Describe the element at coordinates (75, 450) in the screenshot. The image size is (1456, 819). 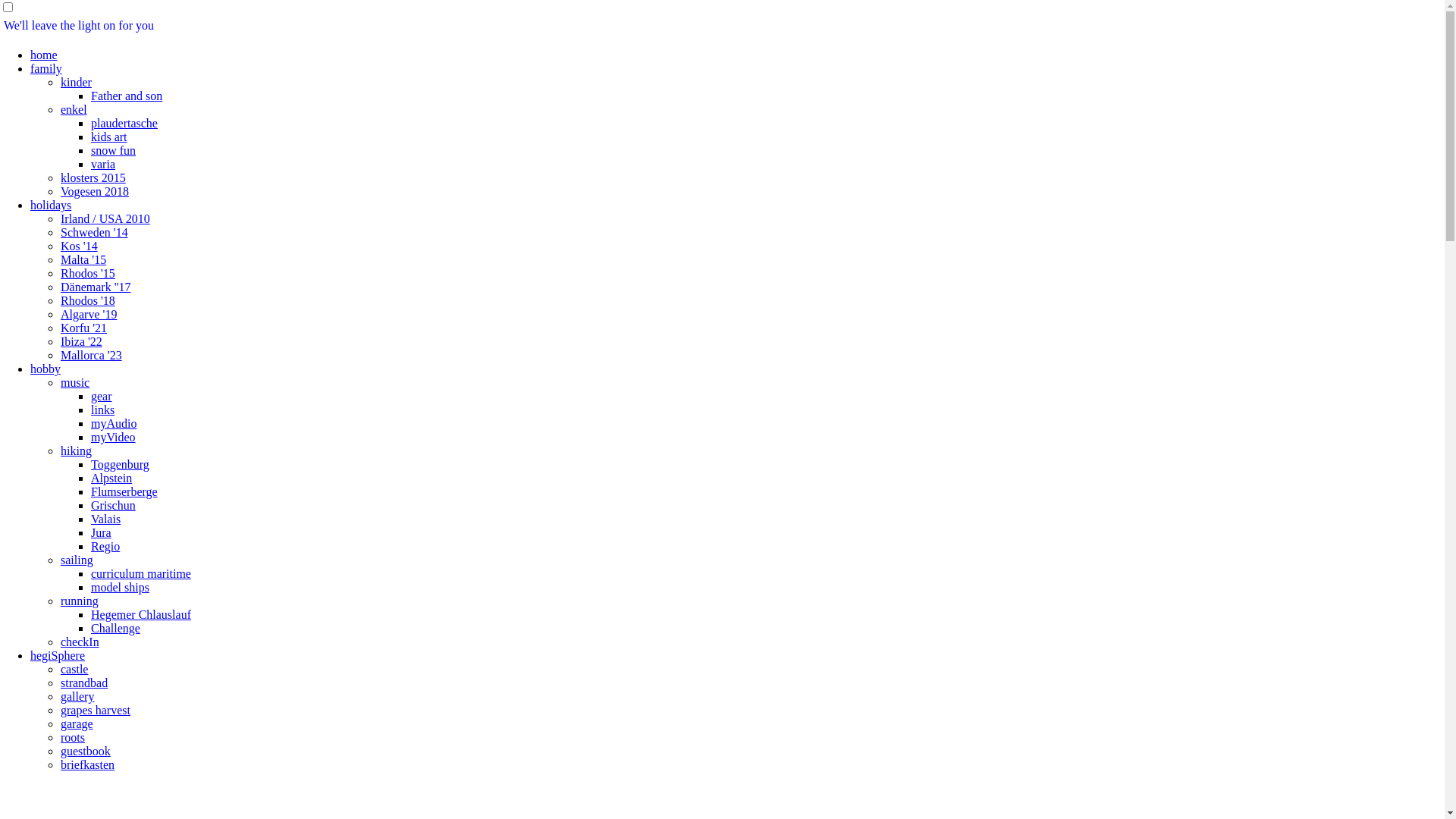
I see `'hiking'` at that location.